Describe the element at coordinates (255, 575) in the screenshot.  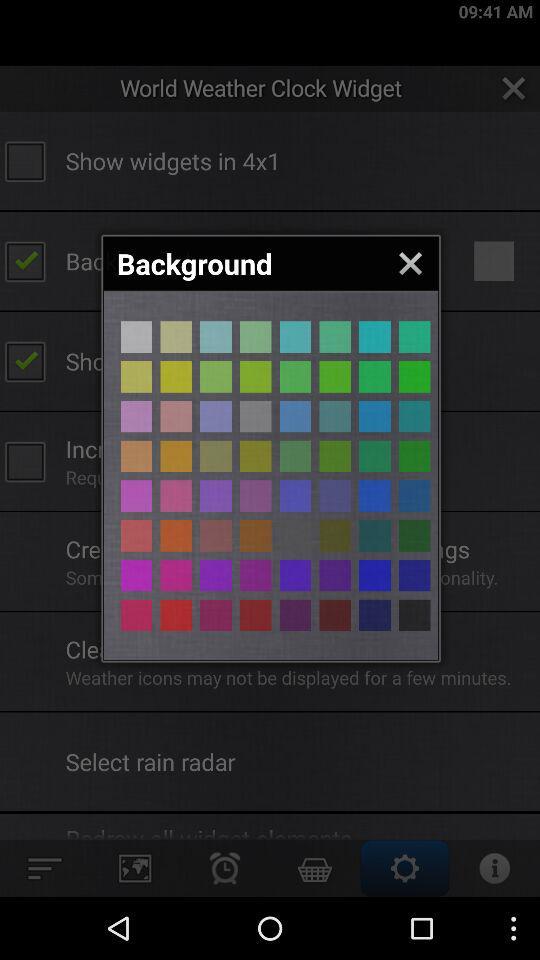
I see `different color page` at that location.